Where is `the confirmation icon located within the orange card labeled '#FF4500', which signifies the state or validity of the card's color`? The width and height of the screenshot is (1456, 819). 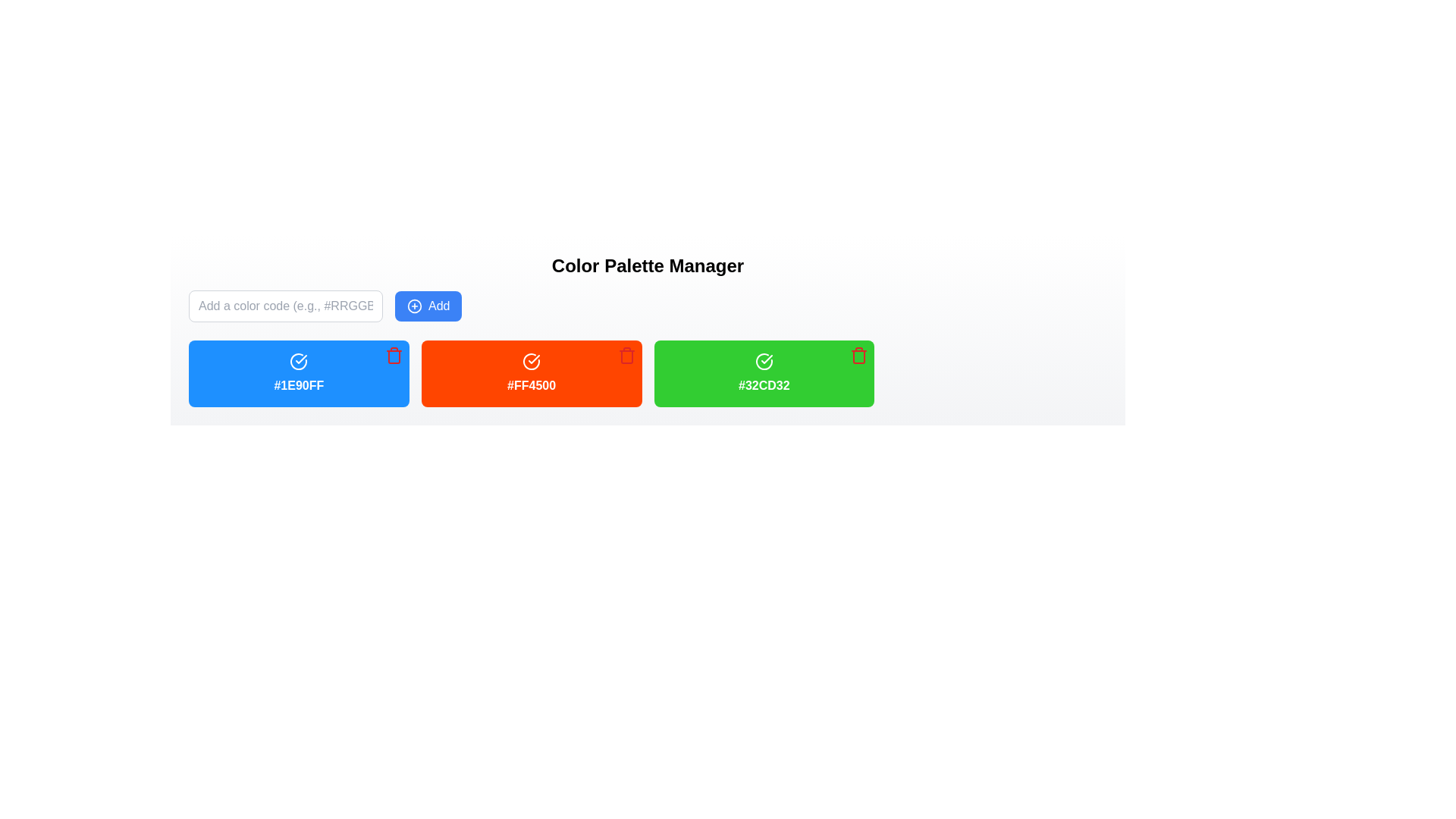
the confirmation icon located within the orange card labeled '#FF4500', which signifies the state or validity of the card's color is located at coordinates (532, 362).